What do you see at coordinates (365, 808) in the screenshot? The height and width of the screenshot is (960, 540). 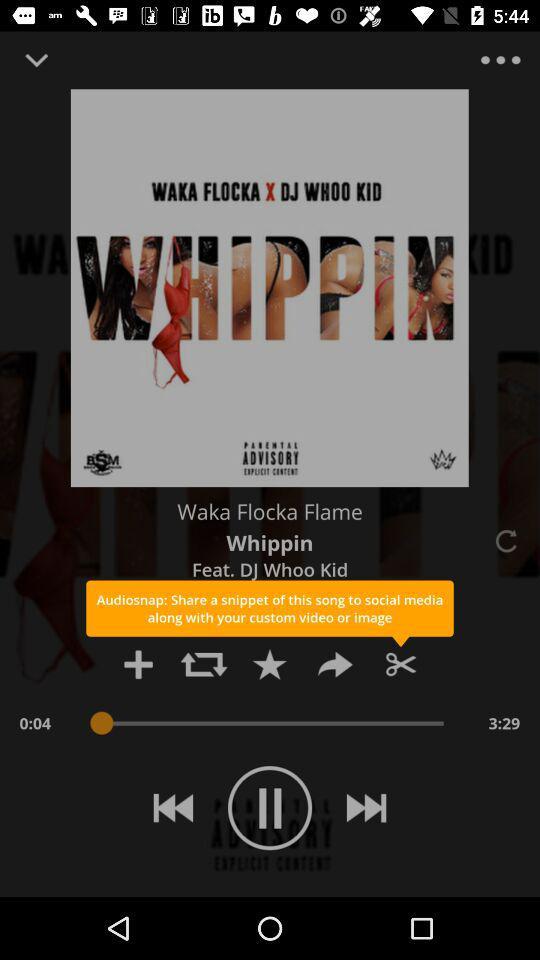 I see `the skip_next icon` at bounding box center [365, 808].